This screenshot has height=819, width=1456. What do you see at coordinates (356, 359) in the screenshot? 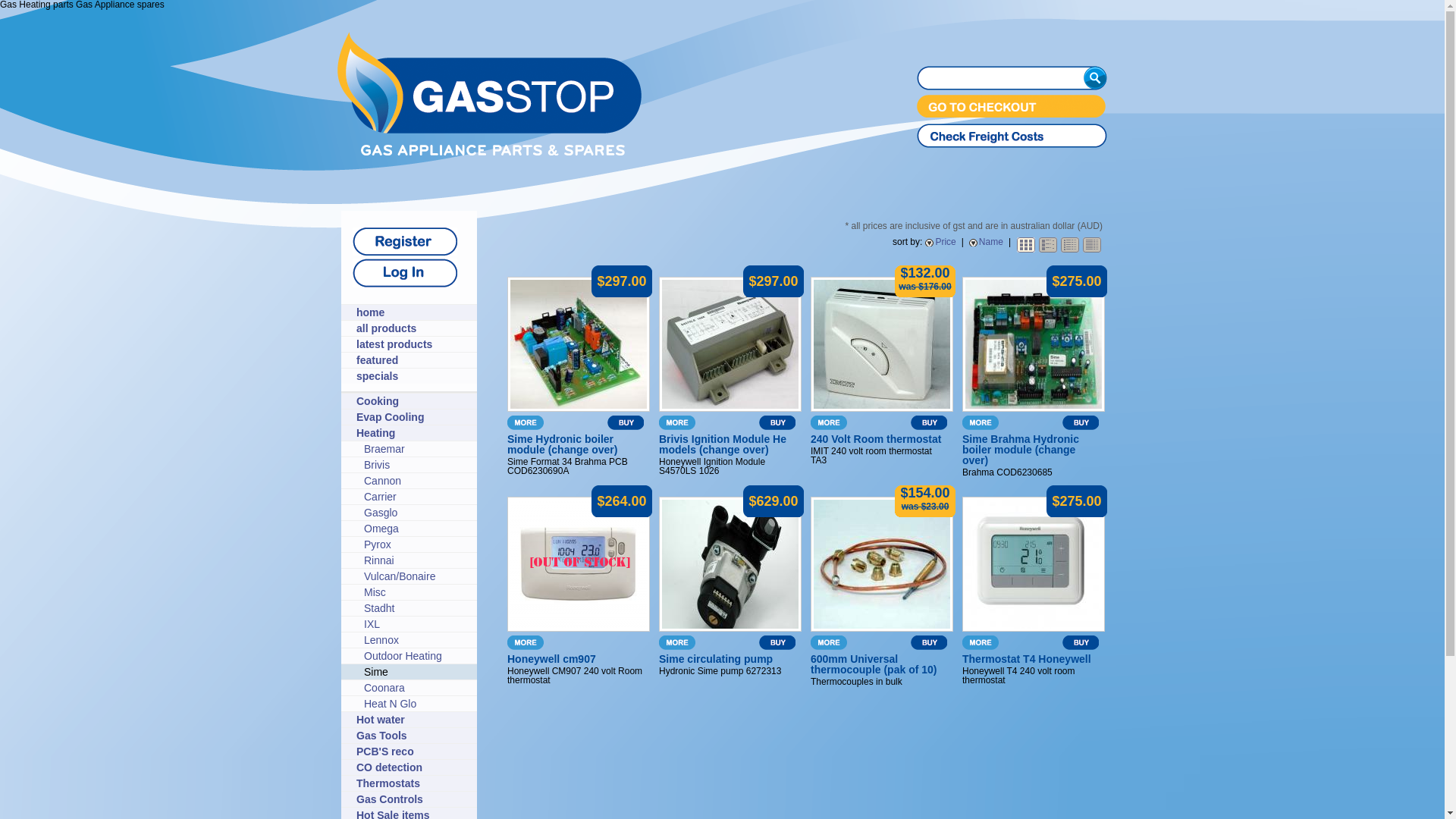
I see `'featured'` at bounding box center [356, 359].